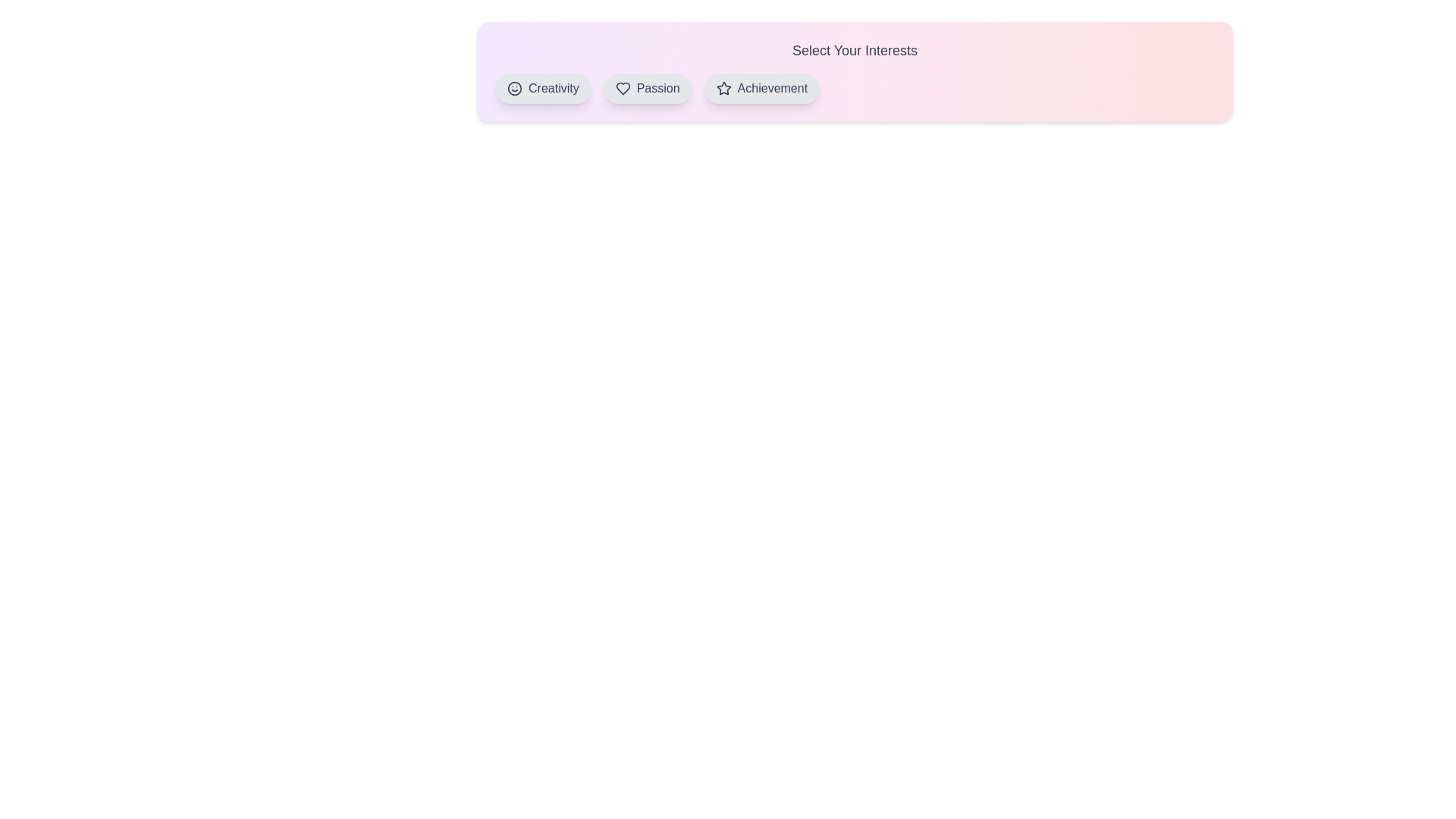 The height and width of the screenshot is (819, 1456). I want to click on the Achievement button to observe hover effects, so click(761, 88).